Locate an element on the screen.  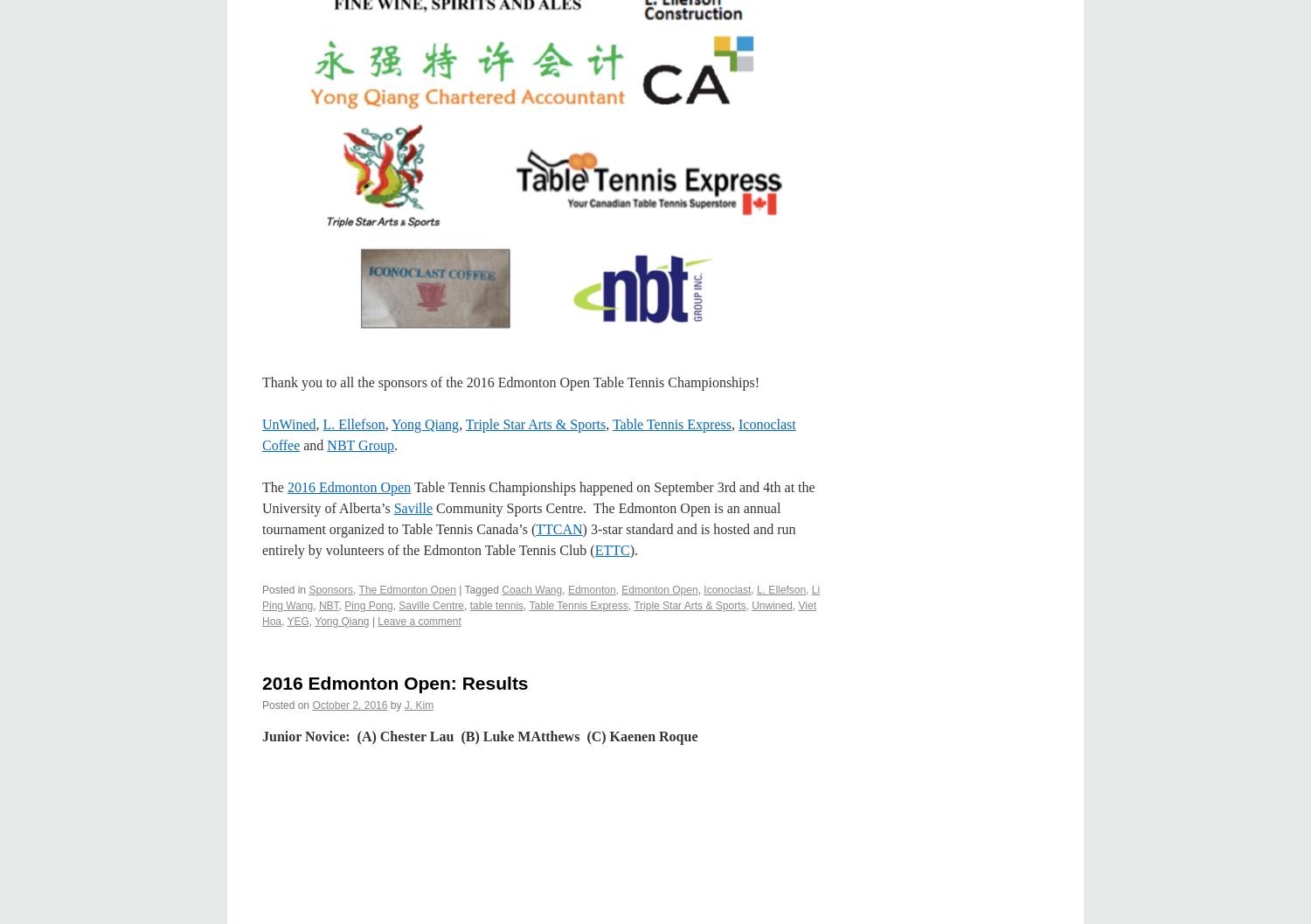
'Posted on' is located at coordinates (285, 705).